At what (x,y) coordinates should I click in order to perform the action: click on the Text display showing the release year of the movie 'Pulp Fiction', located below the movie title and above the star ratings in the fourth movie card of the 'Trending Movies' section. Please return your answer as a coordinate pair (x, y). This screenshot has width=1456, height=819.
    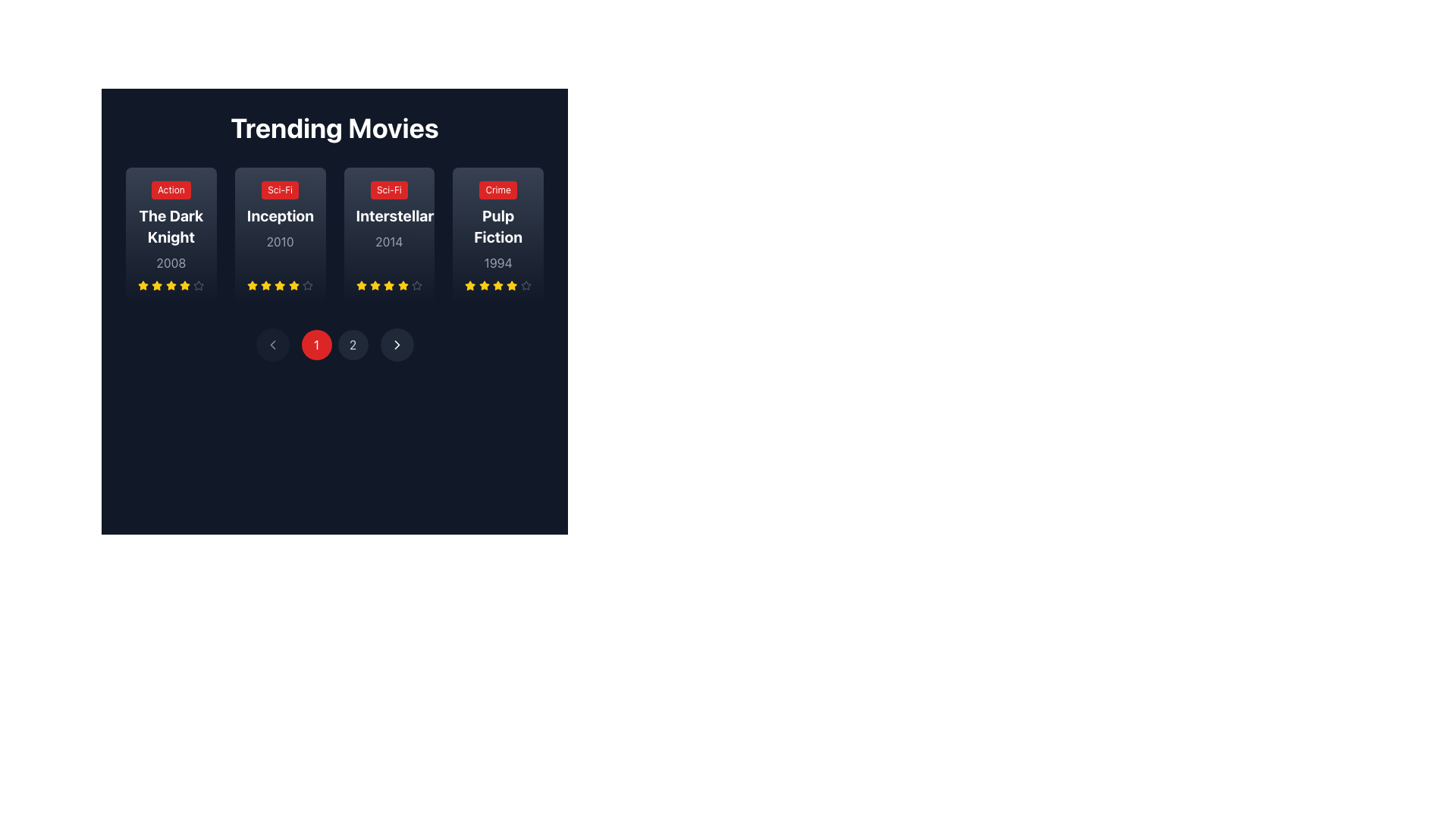
    Looking at the image, I should click on (498, 262).